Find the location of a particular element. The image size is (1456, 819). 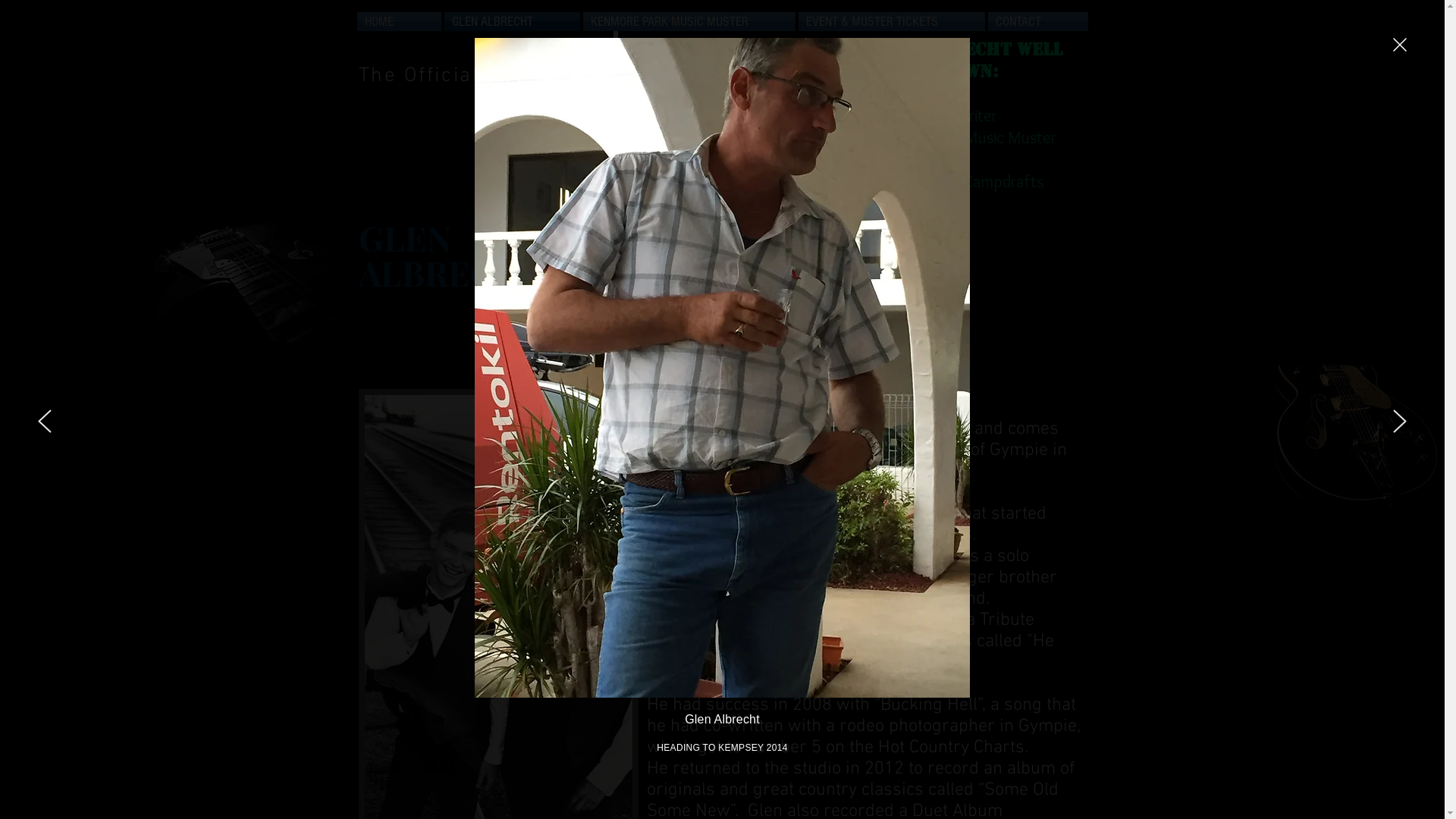

'The Official Website' is located at coordinates (463, 76).